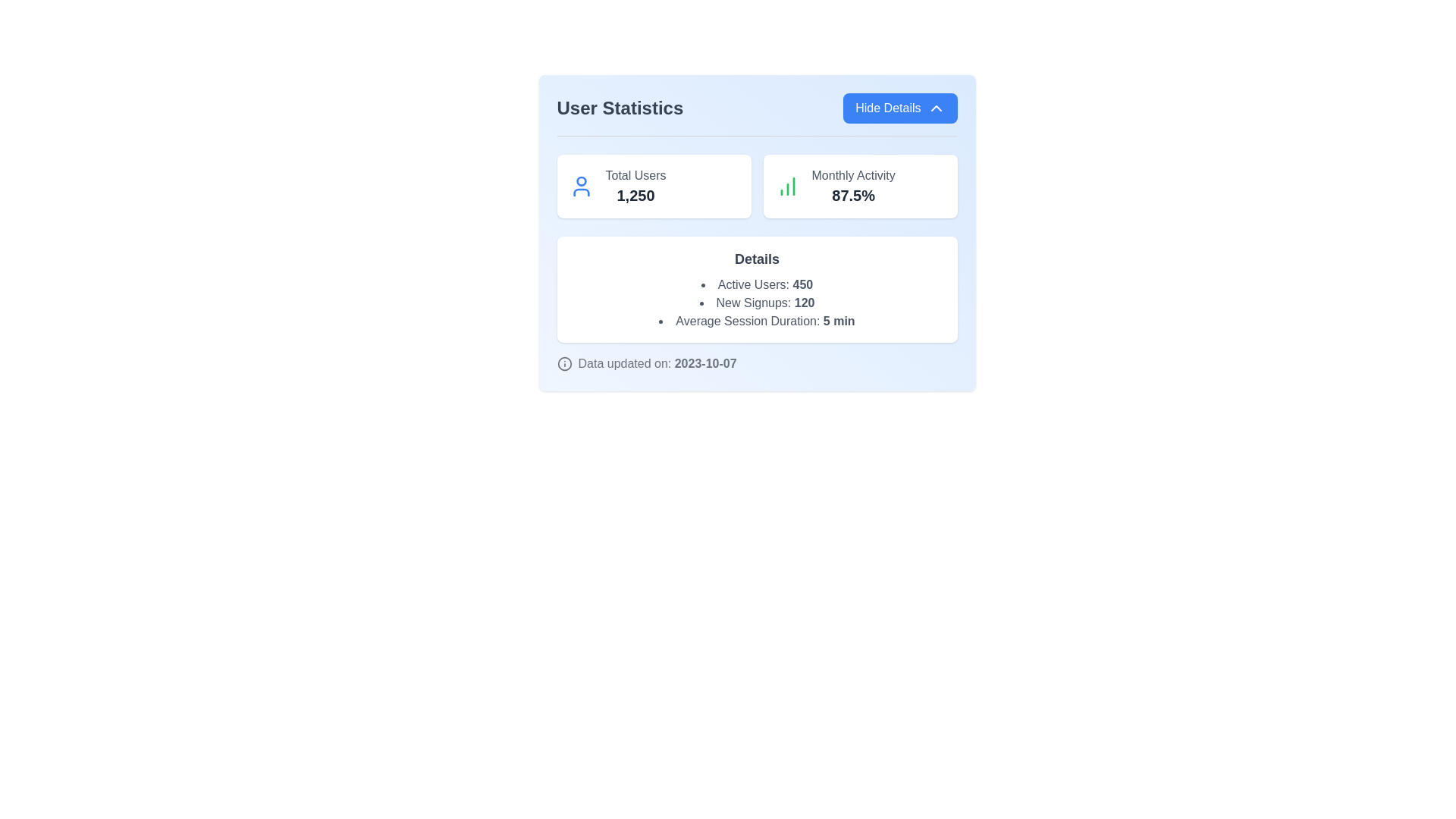  What do you see at coordinates (804, 303) in the screenshot?
I see `the bold numeric text displaying '120' that is part of the 'New Signups:' statistic in the 'Details' section` at bounding box center [804, 303].